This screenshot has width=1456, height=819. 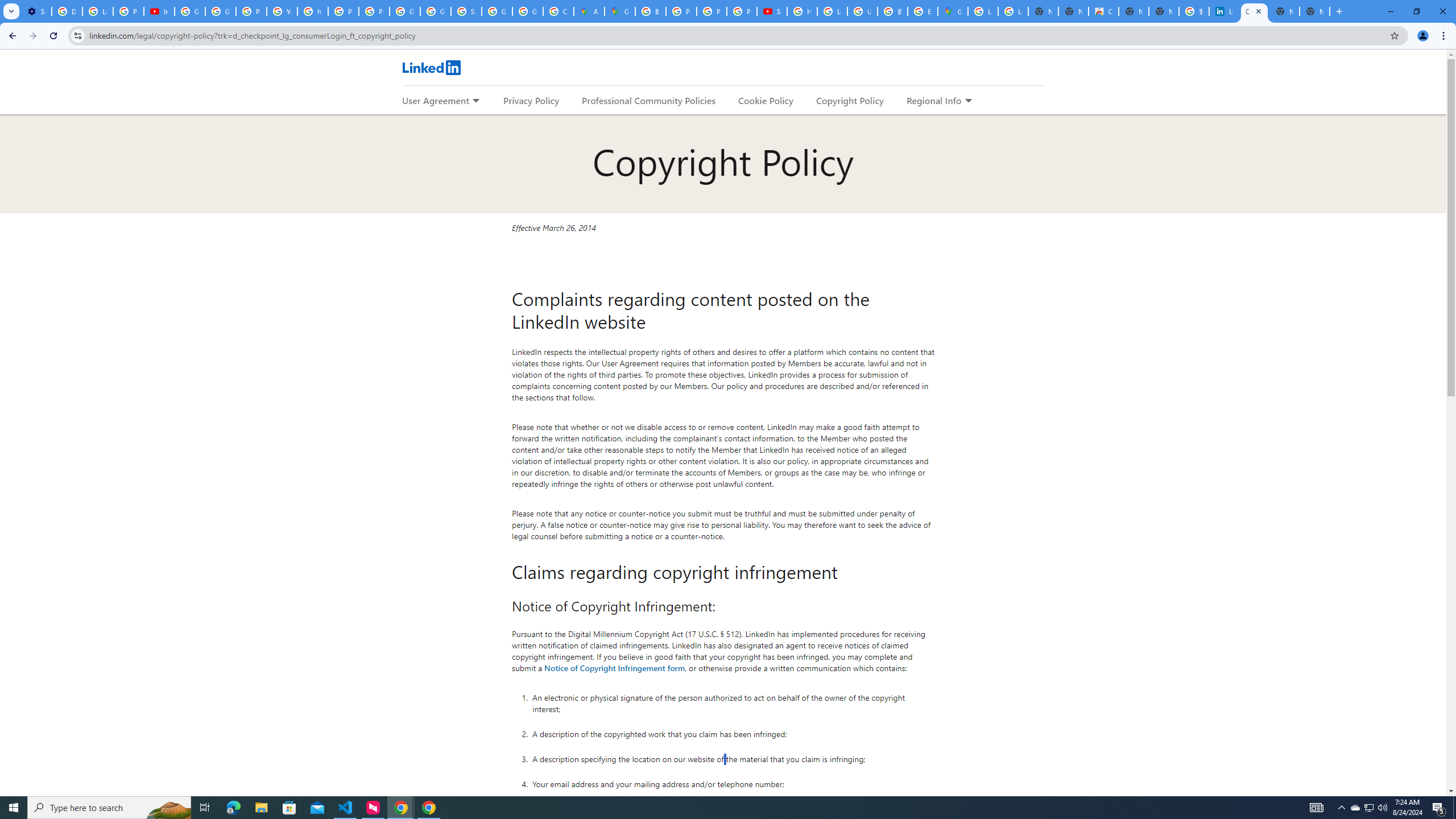 I want to click on 'Expand to show more links for Regional Info', so click(x=967, y=101).